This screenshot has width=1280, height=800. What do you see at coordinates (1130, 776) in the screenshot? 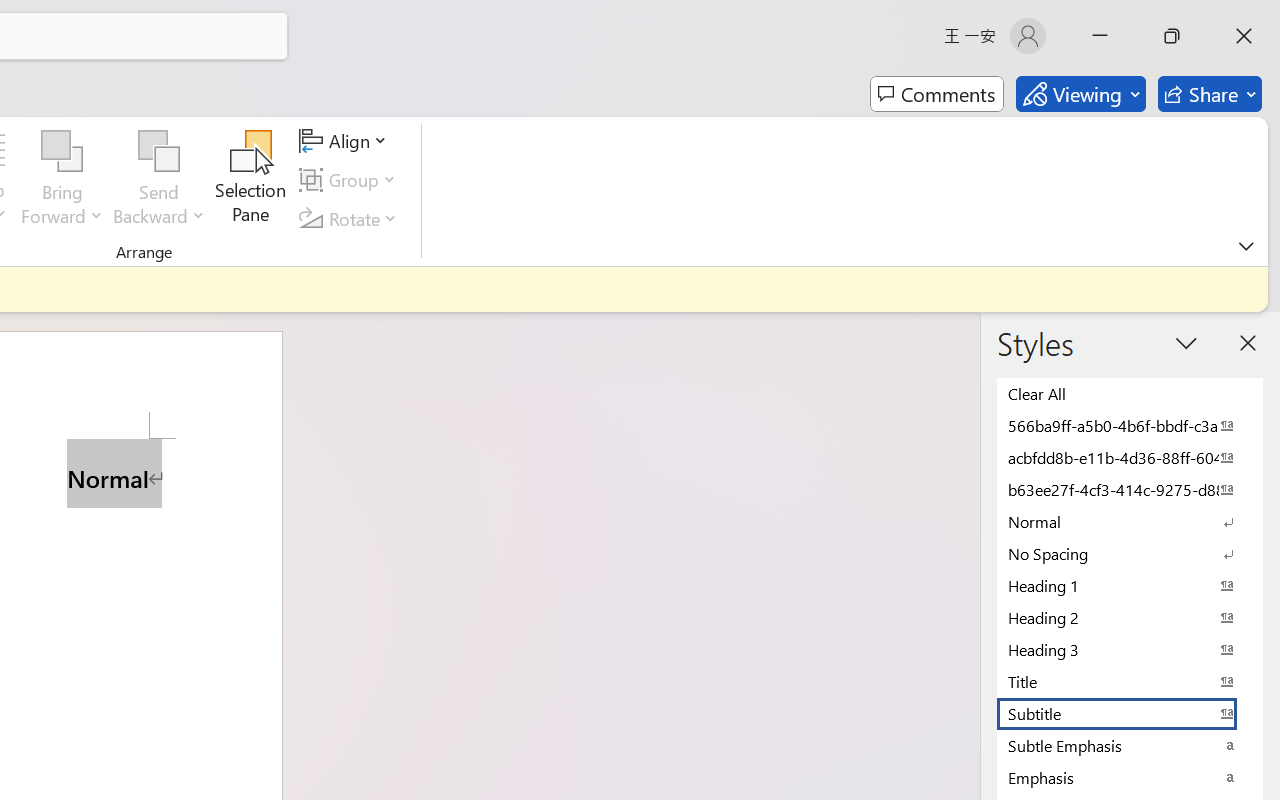
I see `'Emphasis'` at bounding box center [1130, 776].